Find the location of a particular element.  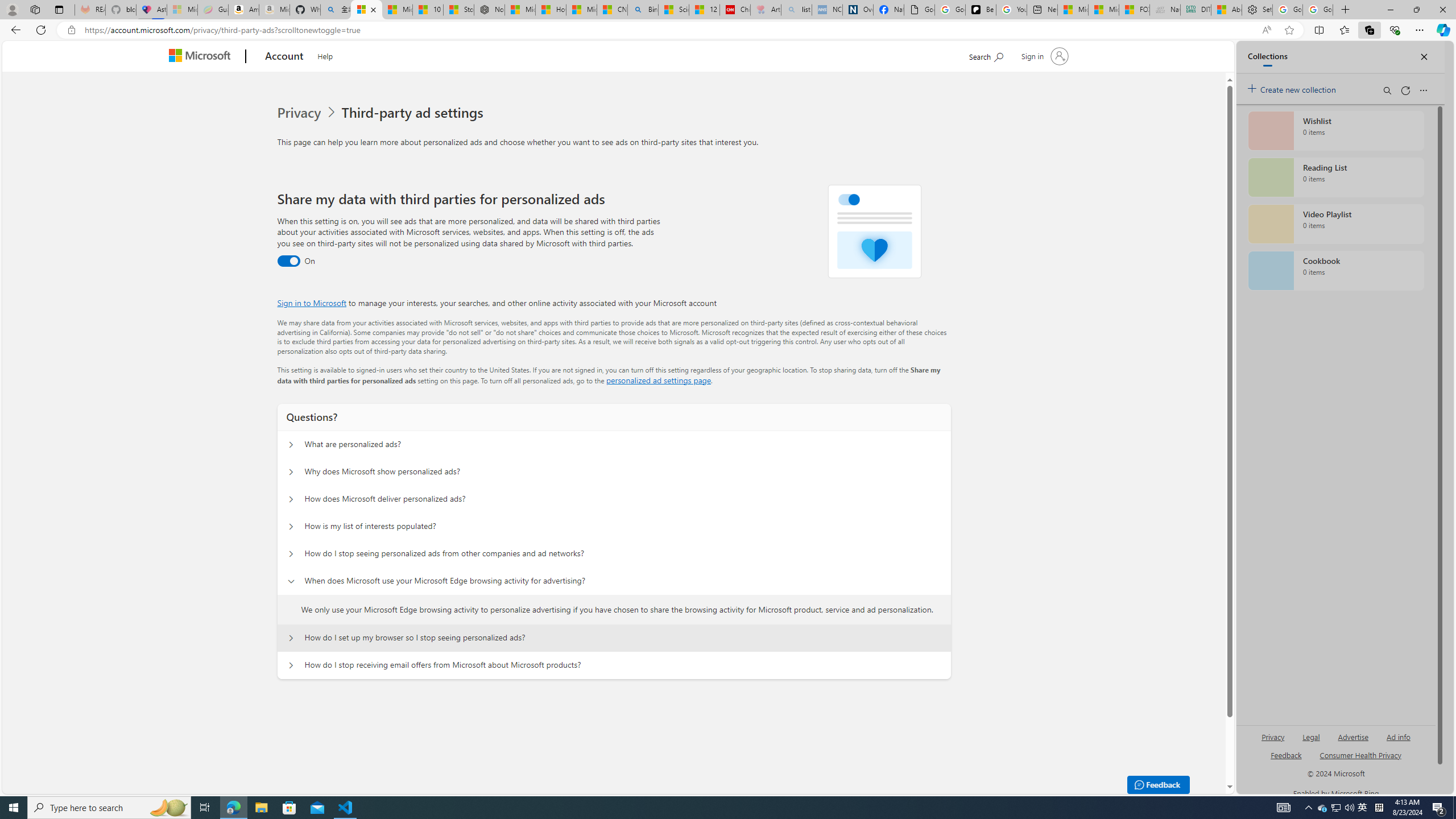

'NCL Adult Asthma Inhaler Choice Guideline - Sleeping' is located at coordinates (827, 9).